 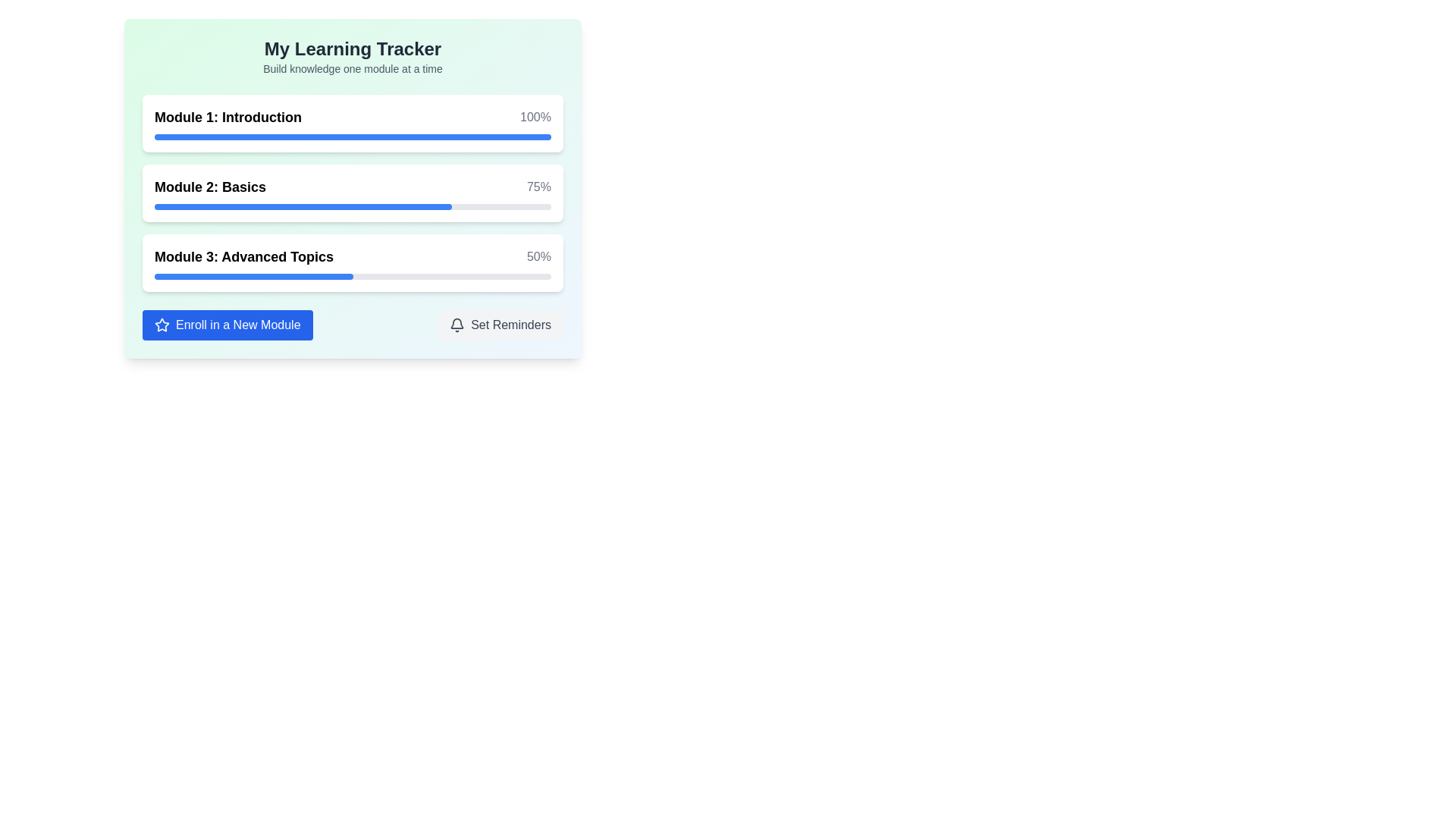 What do you see at coordinates (457, 322) in the screenshot?
I see `the arc of the bell icon, which is a subcomponent located towards the bottom-left of the UI, positioned below the top curve and above the clapper line` at bounding box center [457, 322].